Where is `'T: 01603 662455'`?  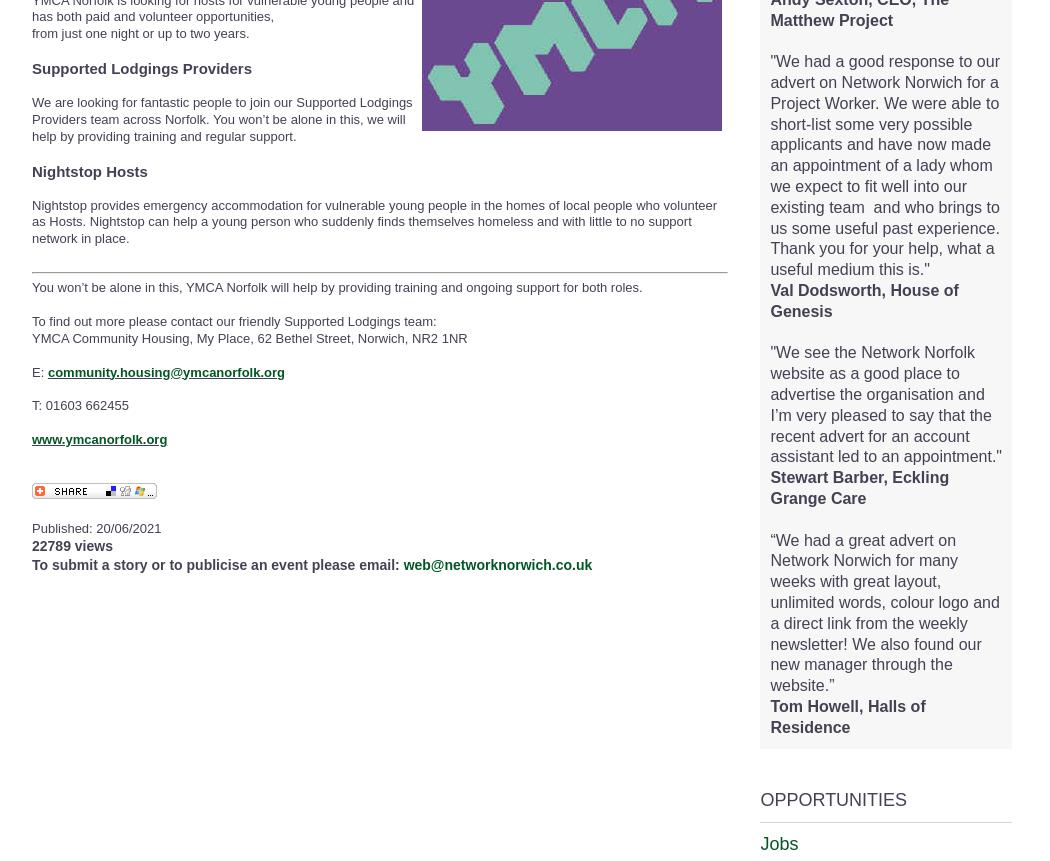
'T: 01603 662455' is located at coordinates (80, 405).